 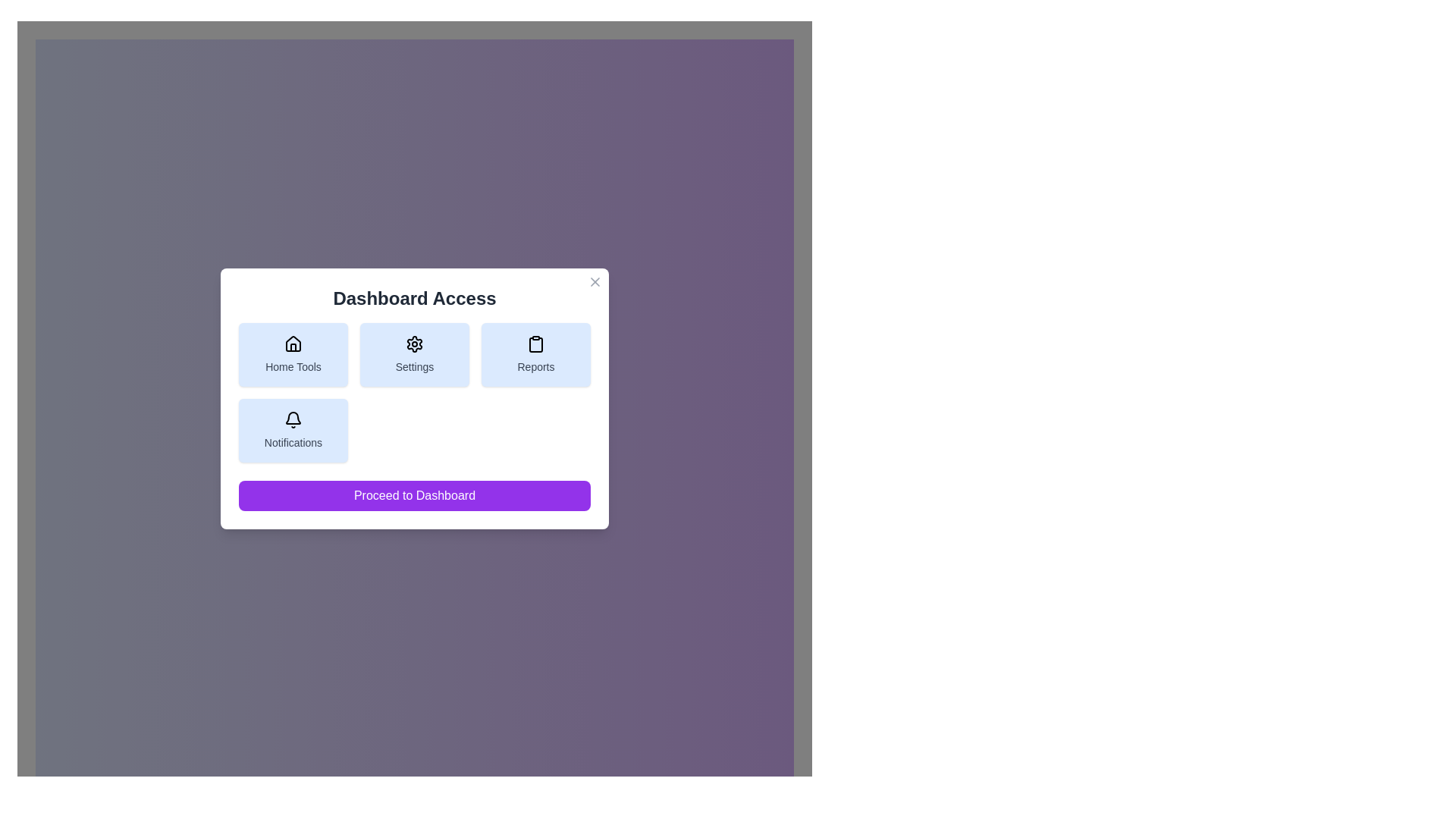 What do you see at coordinates (535, 344) in the screenshot?
I see `the clipboard icon within the 'Reports' button, which is the third button in a row at the upper part of the modal or card` at bounding box center [535, 344].